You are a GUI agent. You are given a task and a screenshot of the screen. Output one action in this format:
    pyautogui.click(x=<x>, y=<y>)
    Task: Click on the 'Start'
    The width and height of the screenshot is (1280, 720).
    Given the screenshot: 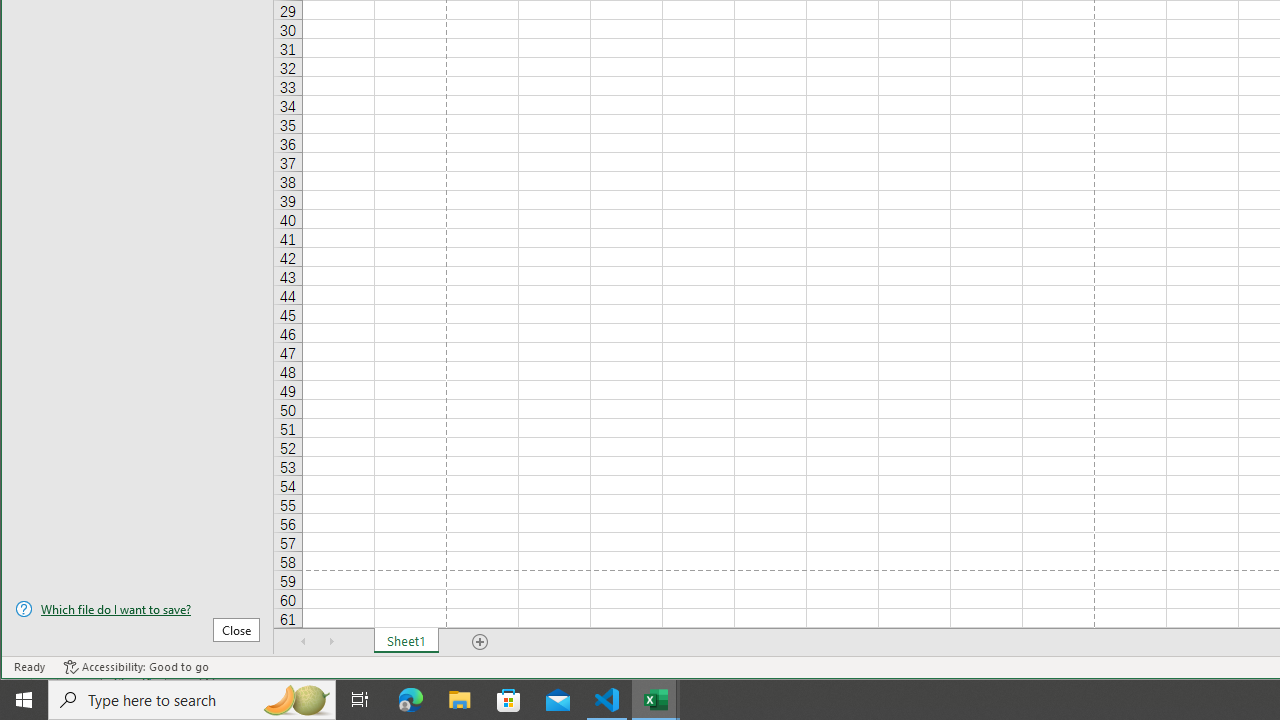 What is the action you would take?
    pyautogui.click(x=24, y=698)
    